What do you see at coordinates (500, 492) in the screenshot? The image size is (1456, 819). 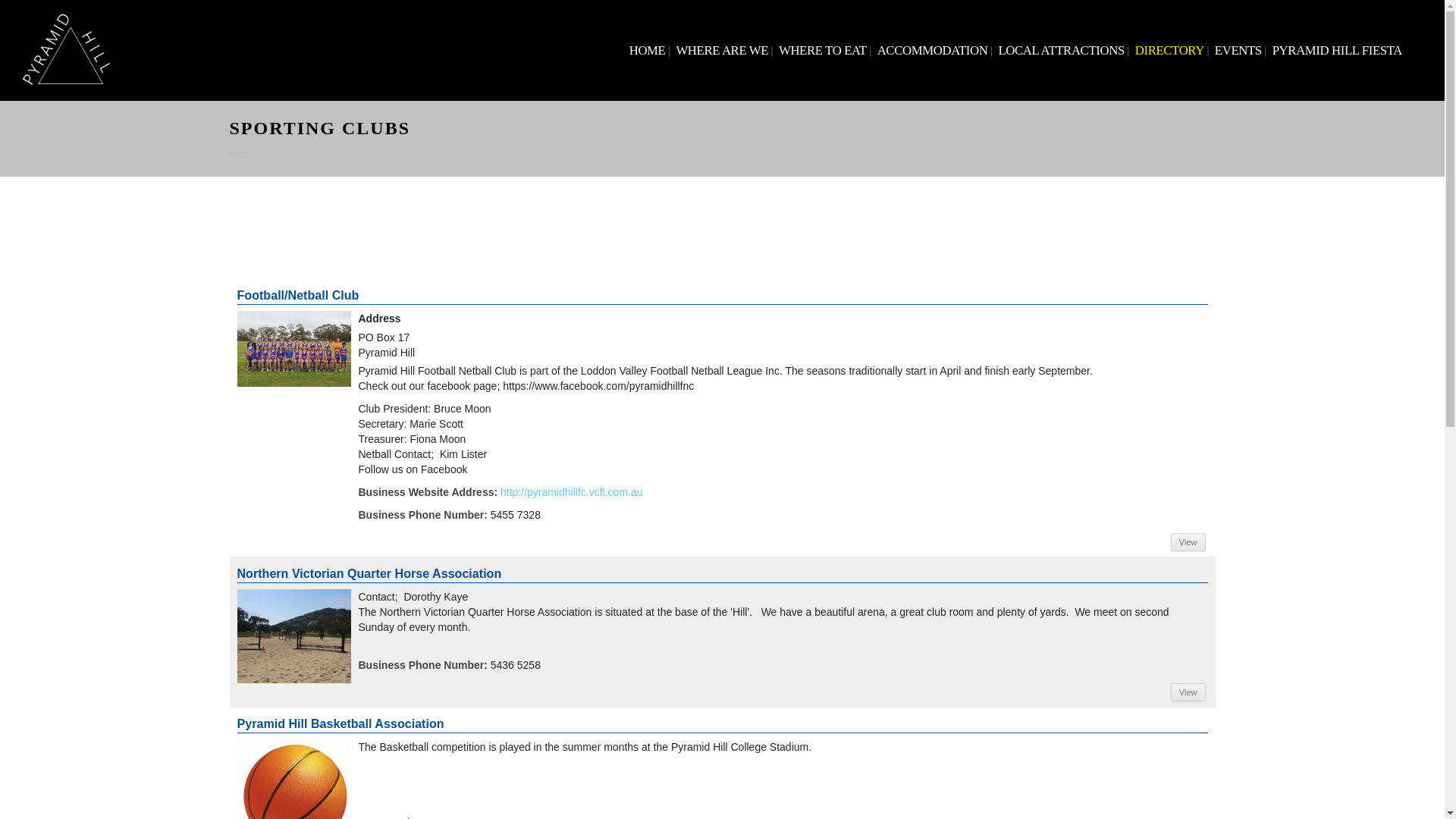 I see `'http://pyramidhillfc.vcfl.com.au'` at bounding box center [500, 492].